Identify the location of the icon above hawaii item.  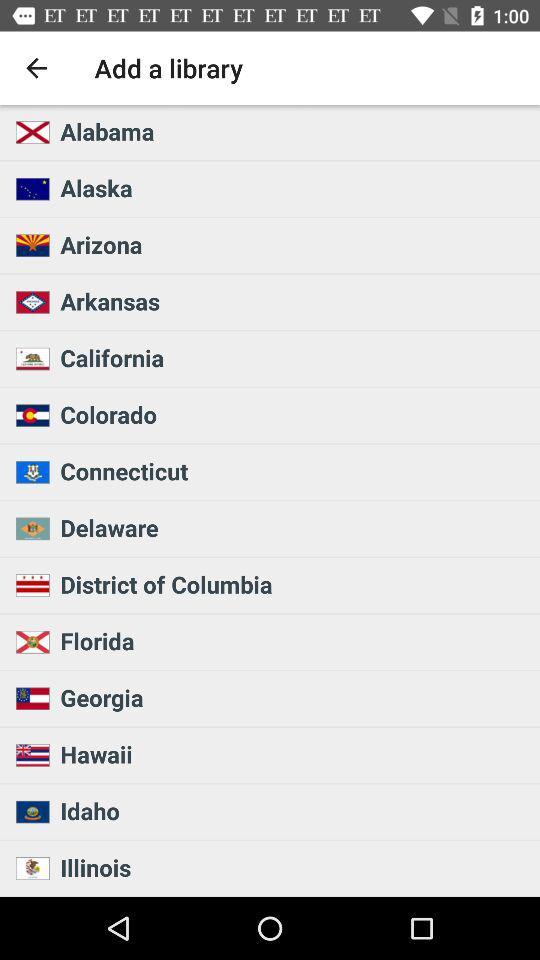
(293, 697).